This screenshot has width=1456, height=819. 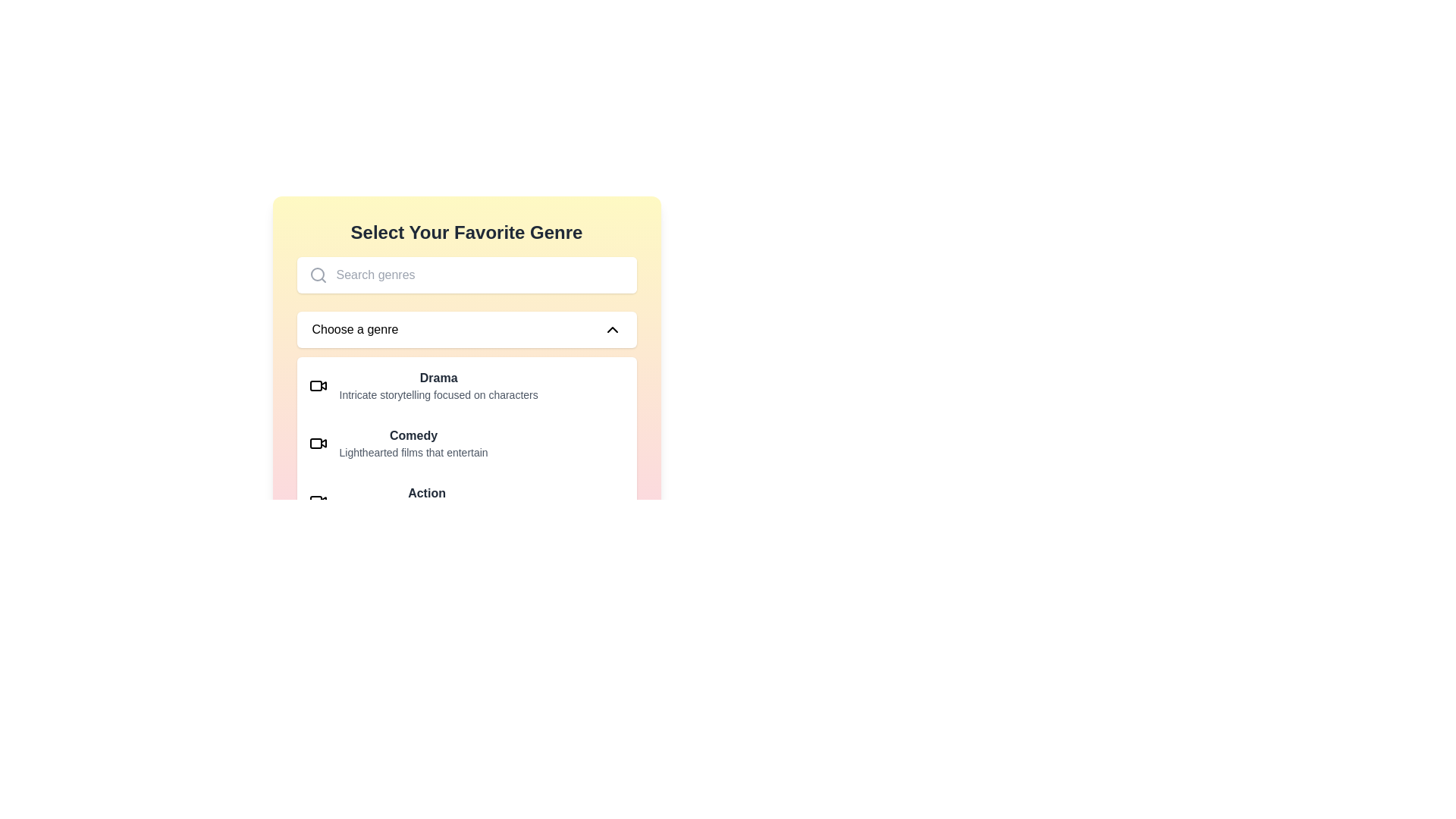 What do you see at coordinates (466, 385) in the screenshot?
I see `the list item labeled 'Drama'` at bounding box center [466, 385].